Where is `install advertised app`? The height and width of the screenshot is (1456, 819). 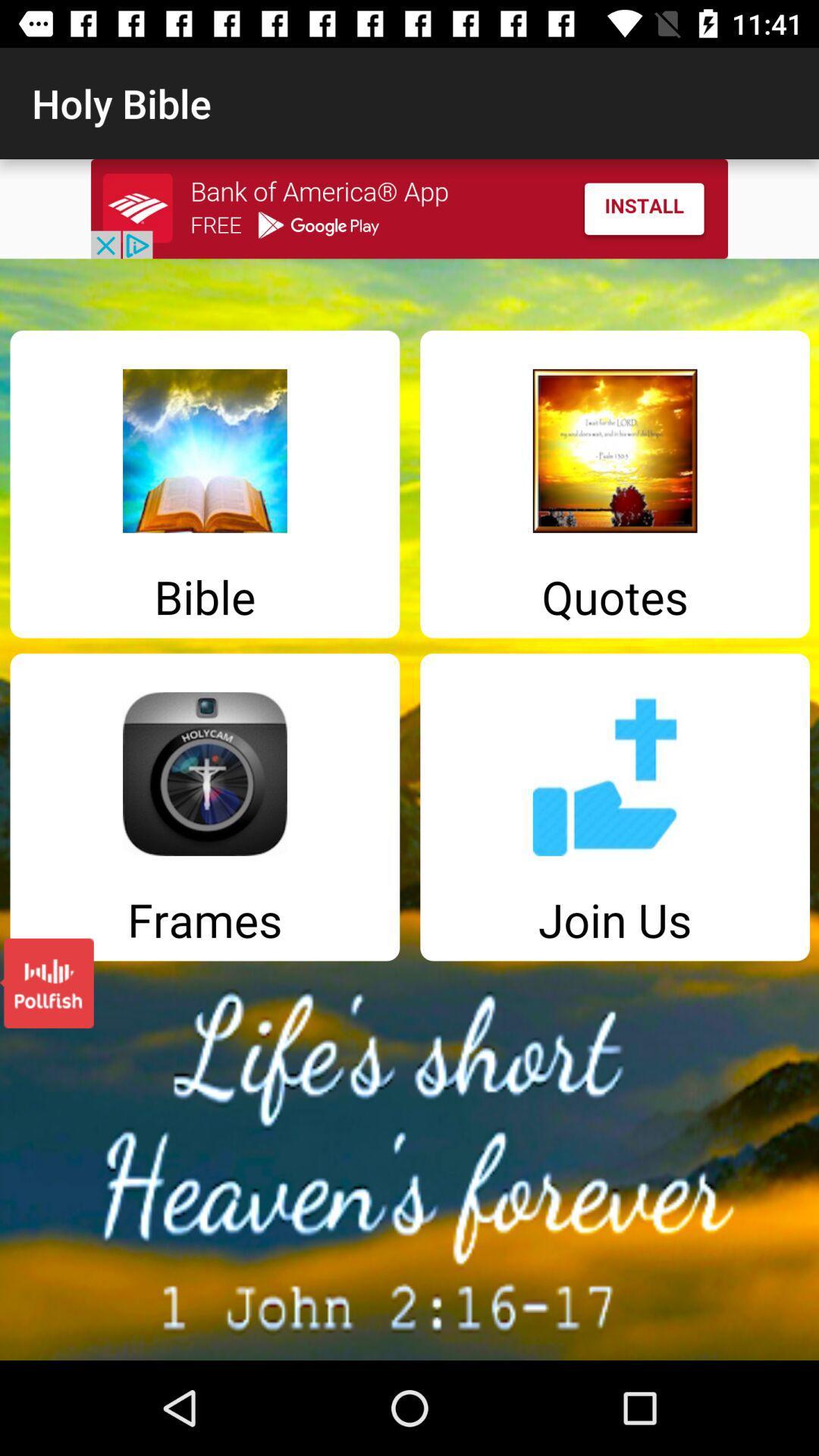
install advertised app is located at coordinates (409, 208).